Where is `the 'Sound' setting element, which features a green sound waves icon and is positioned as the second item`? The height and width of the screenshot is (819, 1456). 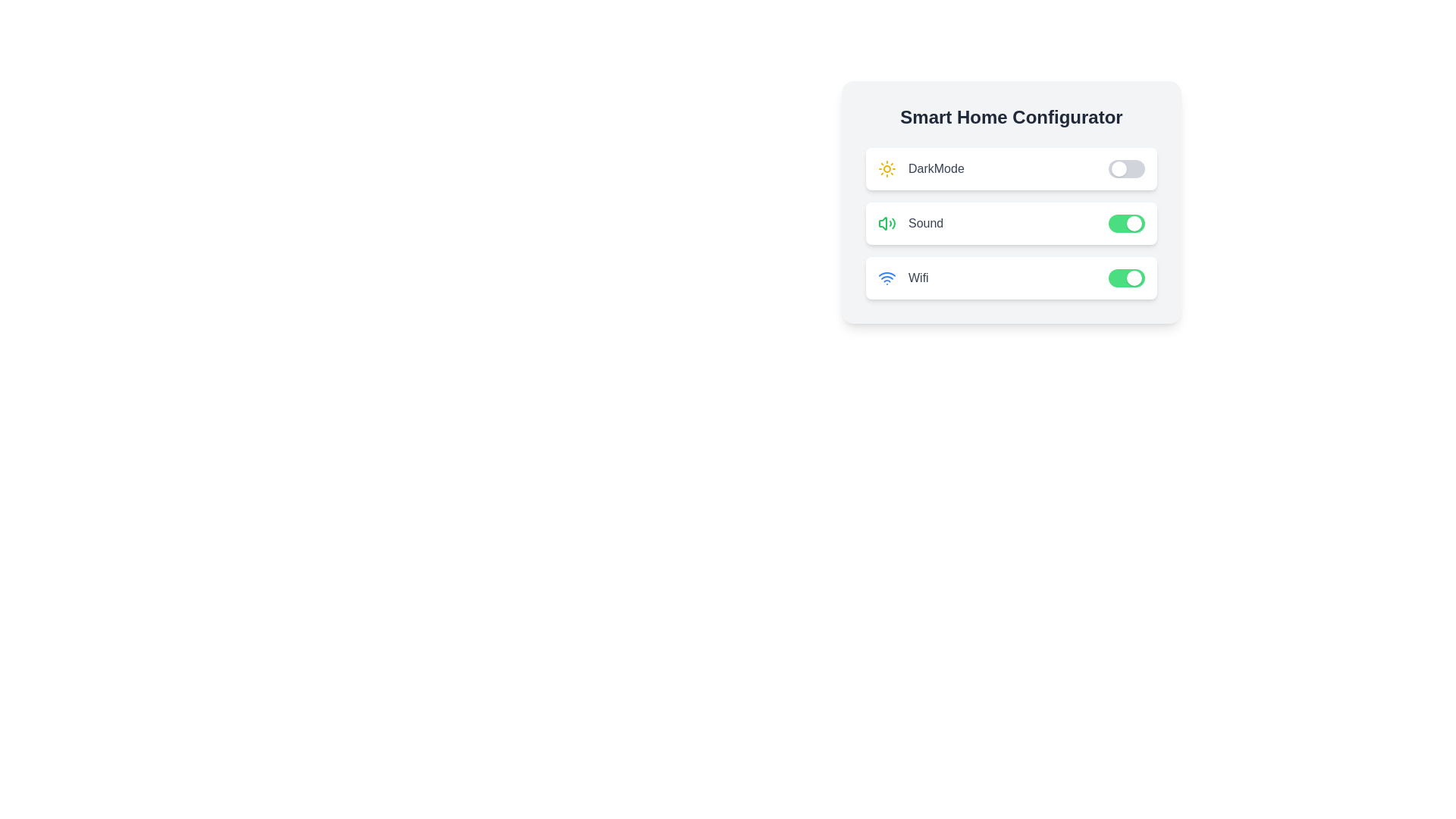 the 'Sound' setting element, which features a green sound waves icon and is positioned as the second item is located at coordinates (910, 223).